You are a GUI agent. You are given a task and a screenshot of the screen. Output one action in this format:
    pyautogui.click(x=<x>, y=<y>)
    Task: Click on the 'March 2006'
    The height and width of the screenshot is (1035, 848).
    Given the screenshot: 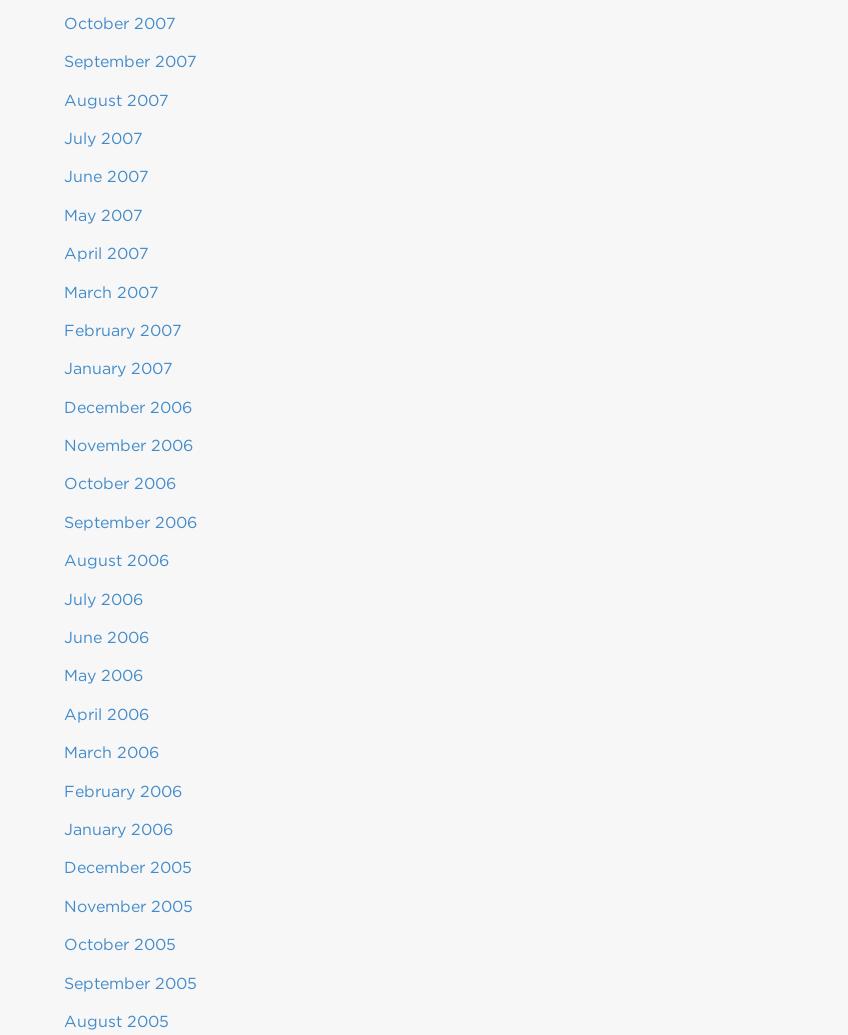 What is the action you would take?
    pyautogui.click(x=64, y=751)
    